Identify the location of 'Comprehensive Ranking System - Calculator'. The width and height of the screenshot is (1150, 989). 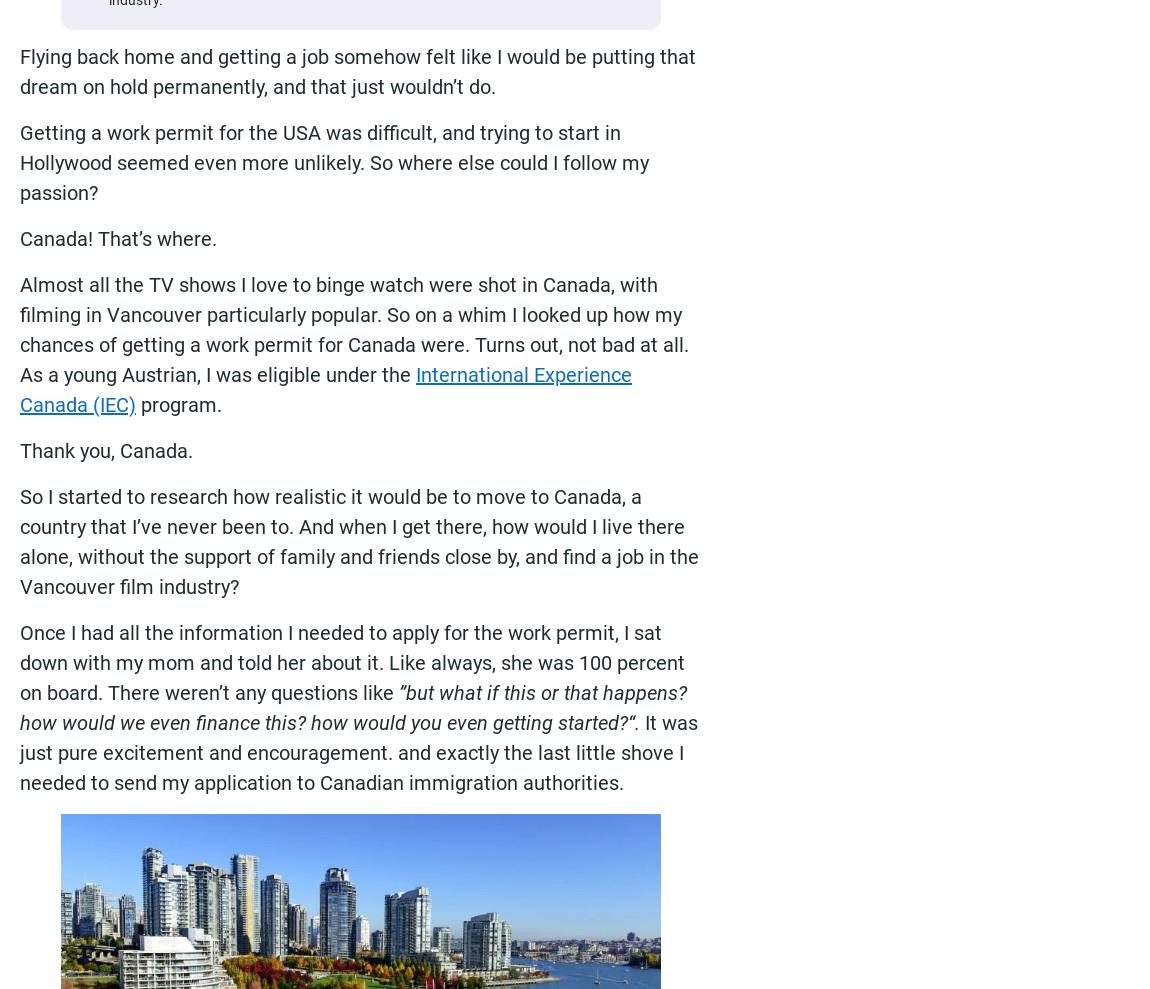
(160, 890).